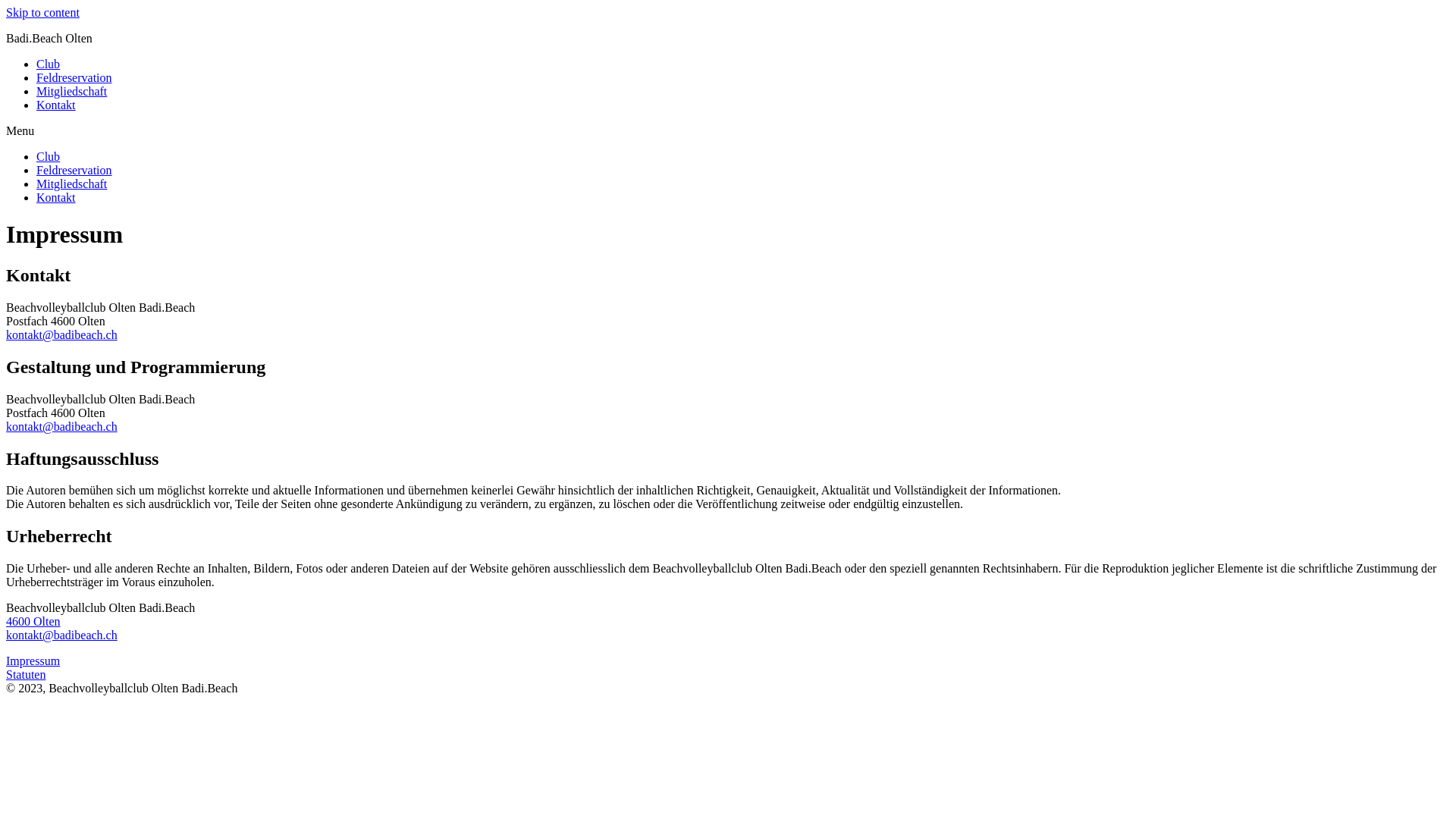 The width and height of the screenshot is (1456, 819). What do you see at coordinates (61, 635) in the screenshot?
I see `'kontakt@badibeach.ch'` at bounding box center [61, 635].